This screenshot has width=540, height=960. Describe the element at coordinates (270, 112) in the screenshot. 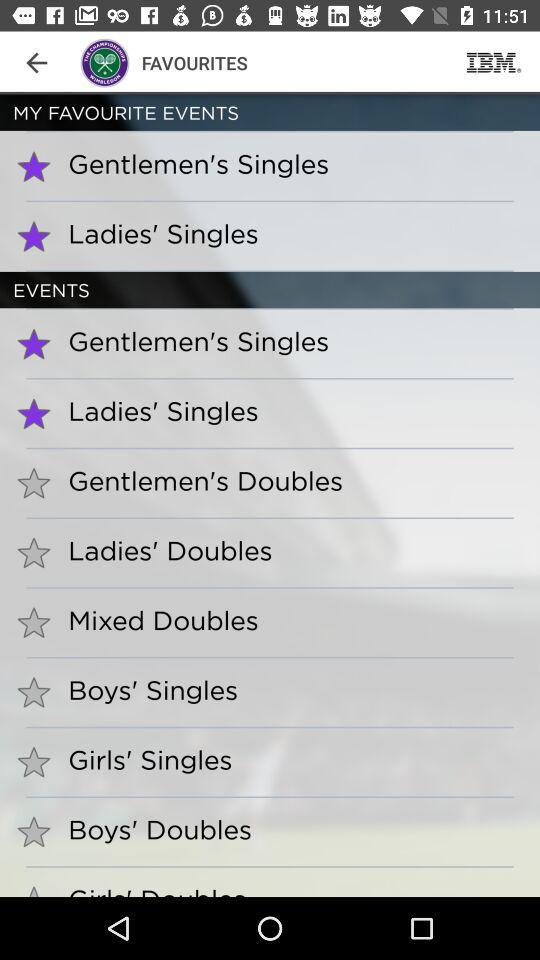

I see `my favourite events item` at that location.